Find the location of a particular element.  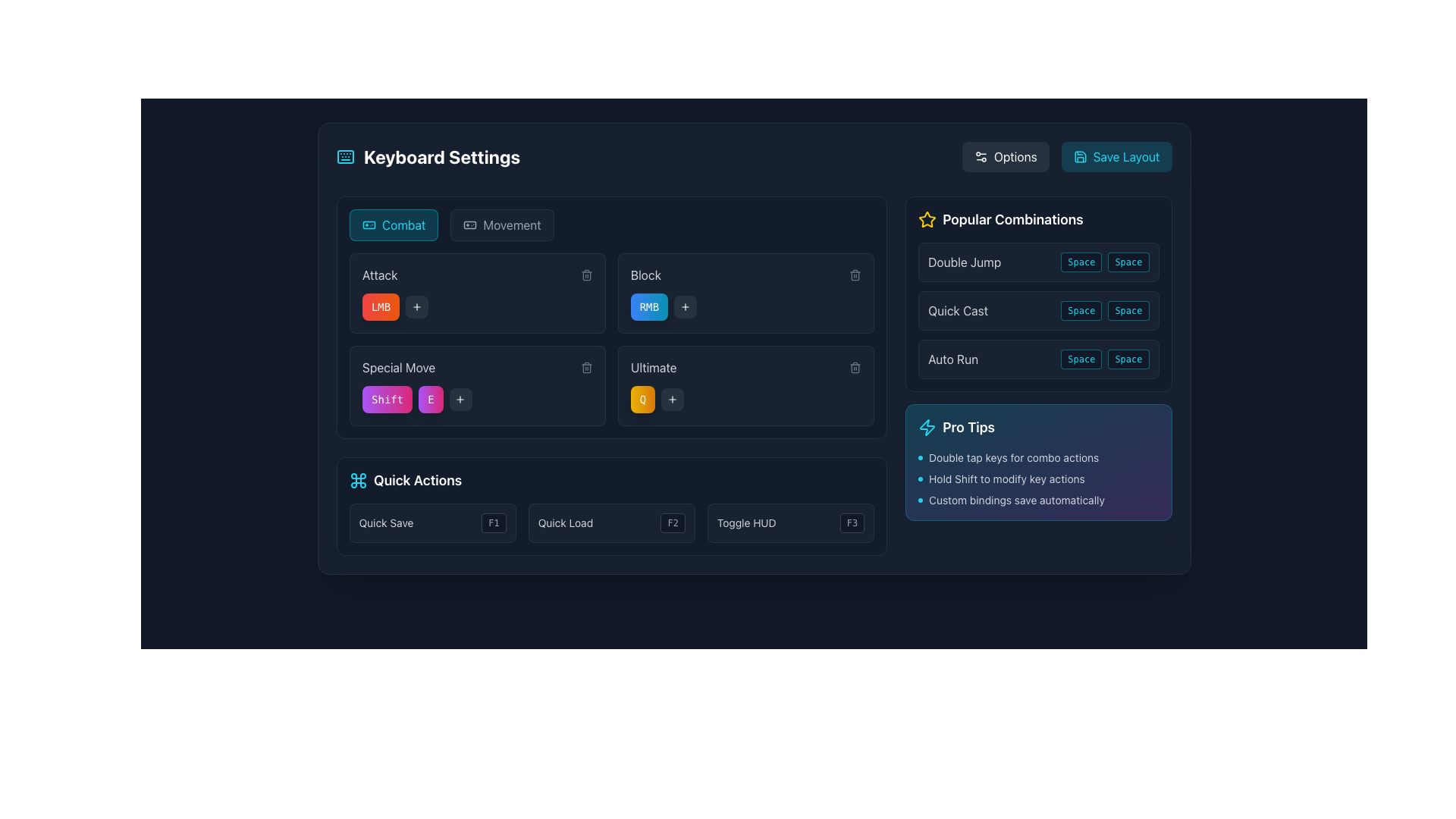

the second 'Space' button in the 'Double Jump' row of the 'Popular Combinations' section, which is adjacent to the 'Double Jump' label is located at coordinates (1105, 262).